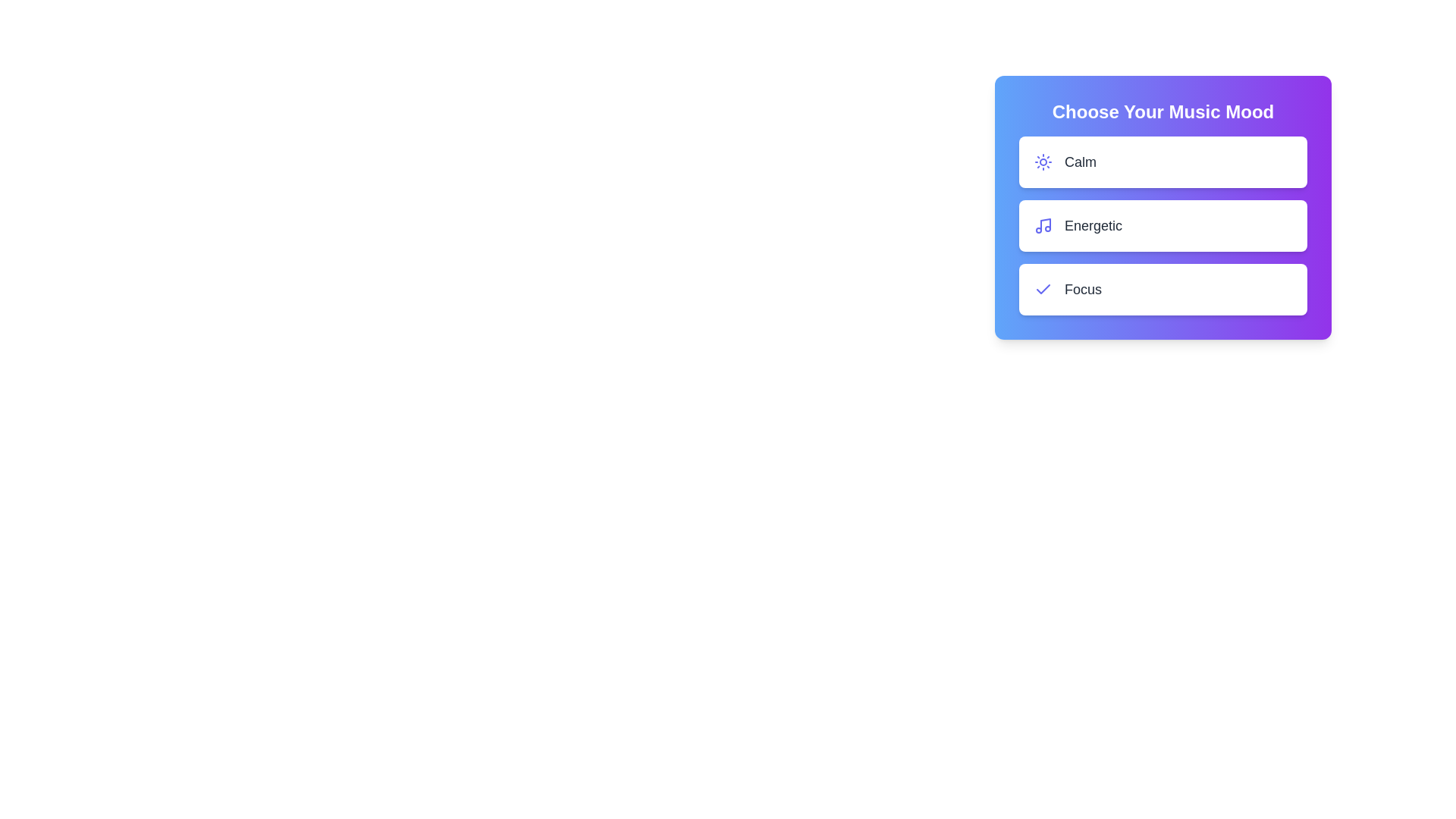  Describe the element at coordinates (1082, 289) in the screenshot. I see `the 'Focus' label, which is a medium-sized dark gray text within a vertical list of mood options in a modal` at that location.